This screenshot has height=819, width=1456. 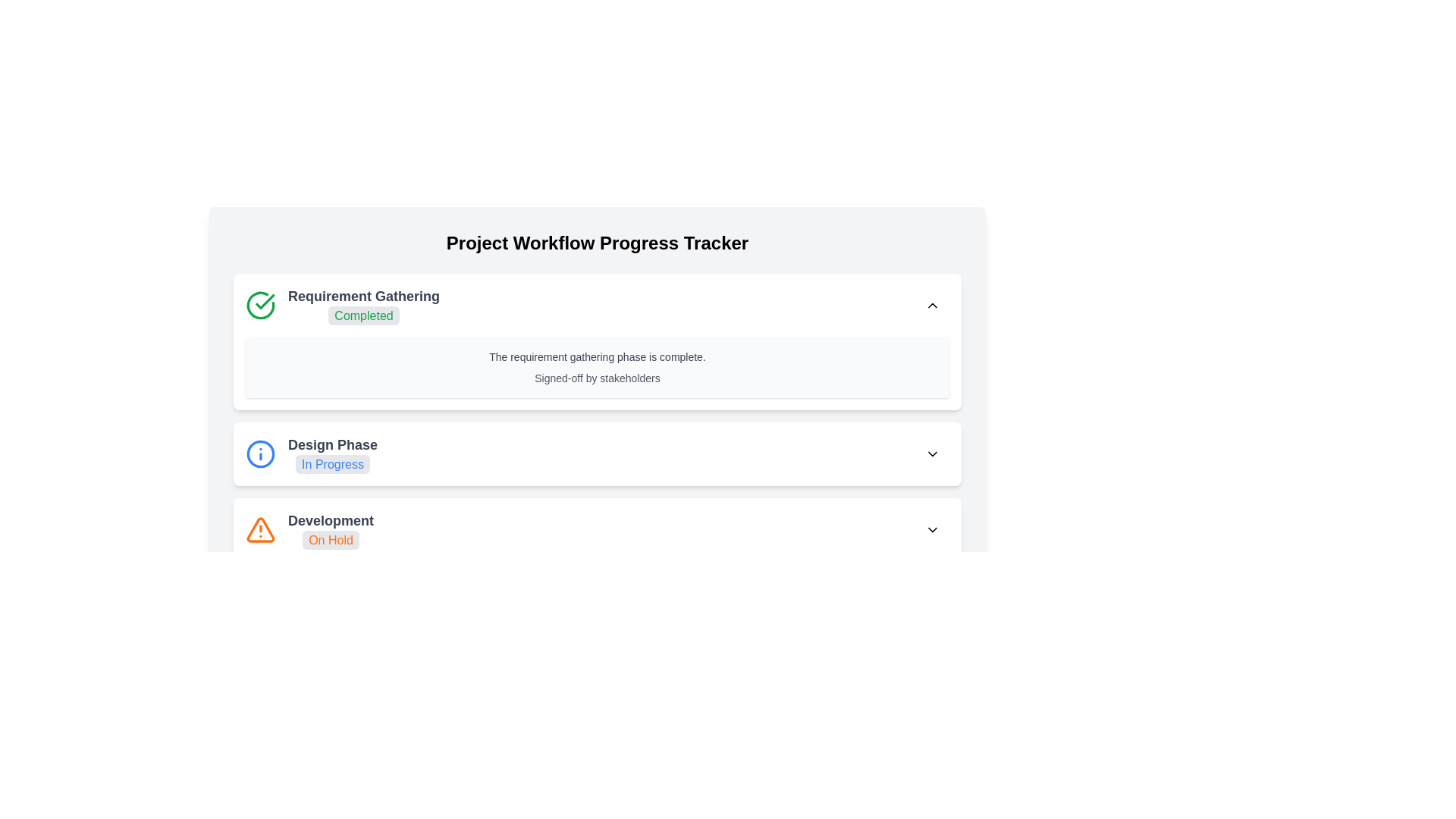 I want to click on the warning icon in the 'Development' section of the 'Project Workflow Progress Tracker', which indicates that attention is needed in this stage of the workflow, so click(x=261, y=529).